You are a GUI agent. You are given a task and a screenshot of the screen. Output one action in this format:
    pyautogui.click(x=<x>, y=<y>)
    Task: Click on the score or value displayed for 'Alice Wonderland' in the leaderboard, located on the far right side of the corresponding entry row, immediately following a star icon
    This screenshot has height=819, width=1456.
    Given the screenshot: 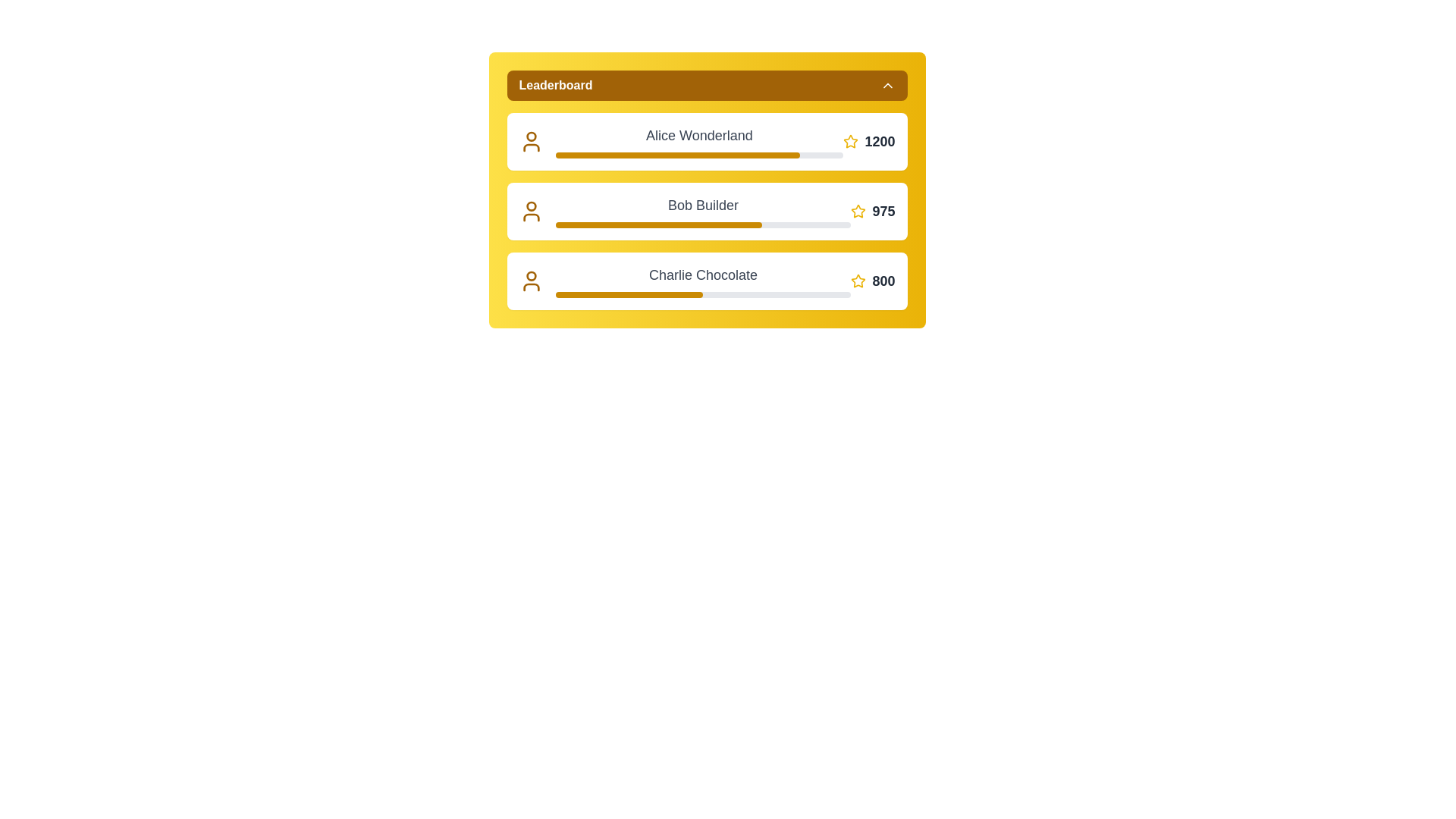 What is the action you would take?
    pyautogui.click(x=869, y=141)
    